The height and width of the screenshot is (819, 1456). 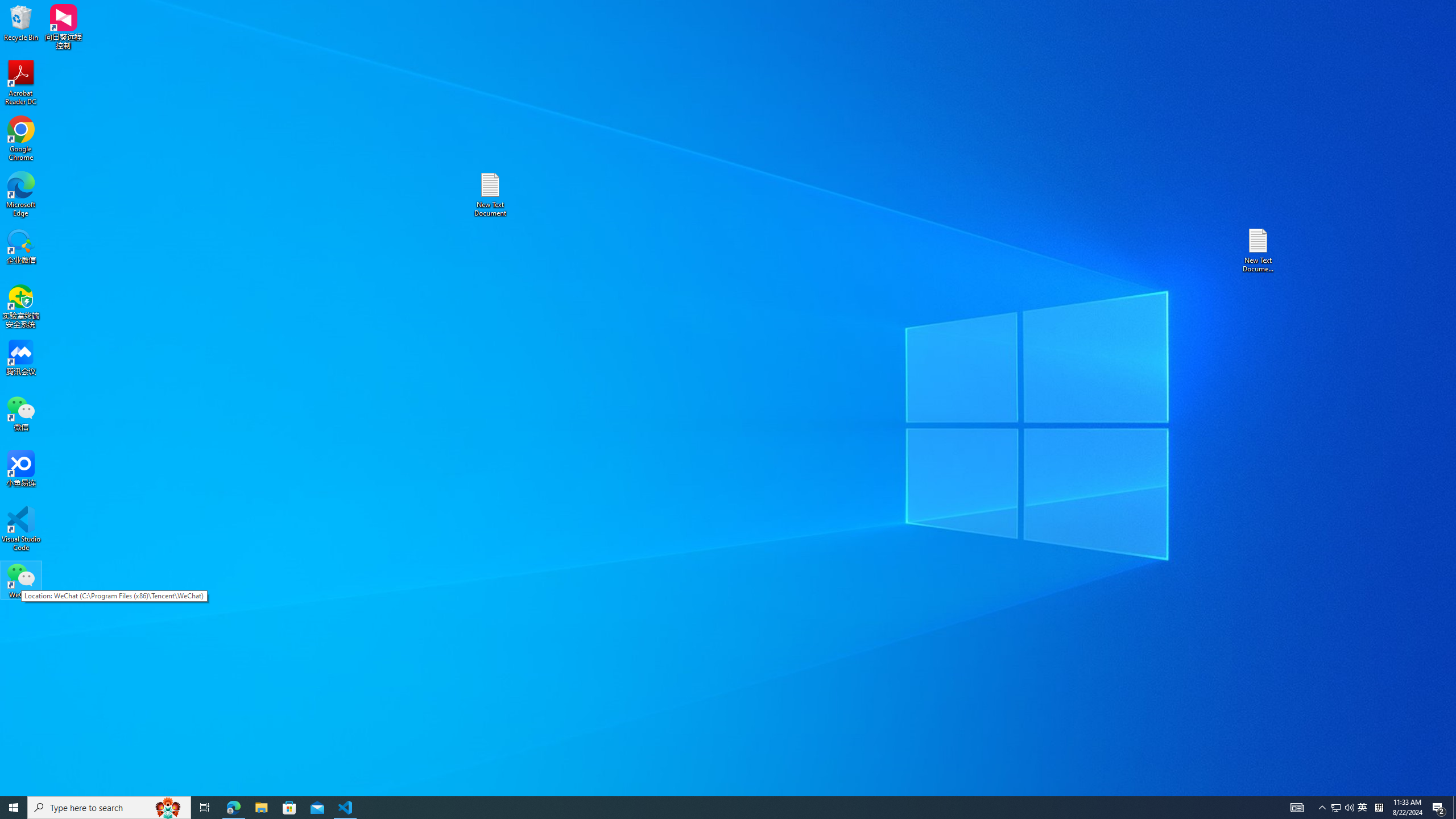 What do you see at coordinates (1379, 806) in the screenshot?
I see `'Tray Input Indicator - Chinese (Simplified, China)'` at bounding box center [1379, 806].